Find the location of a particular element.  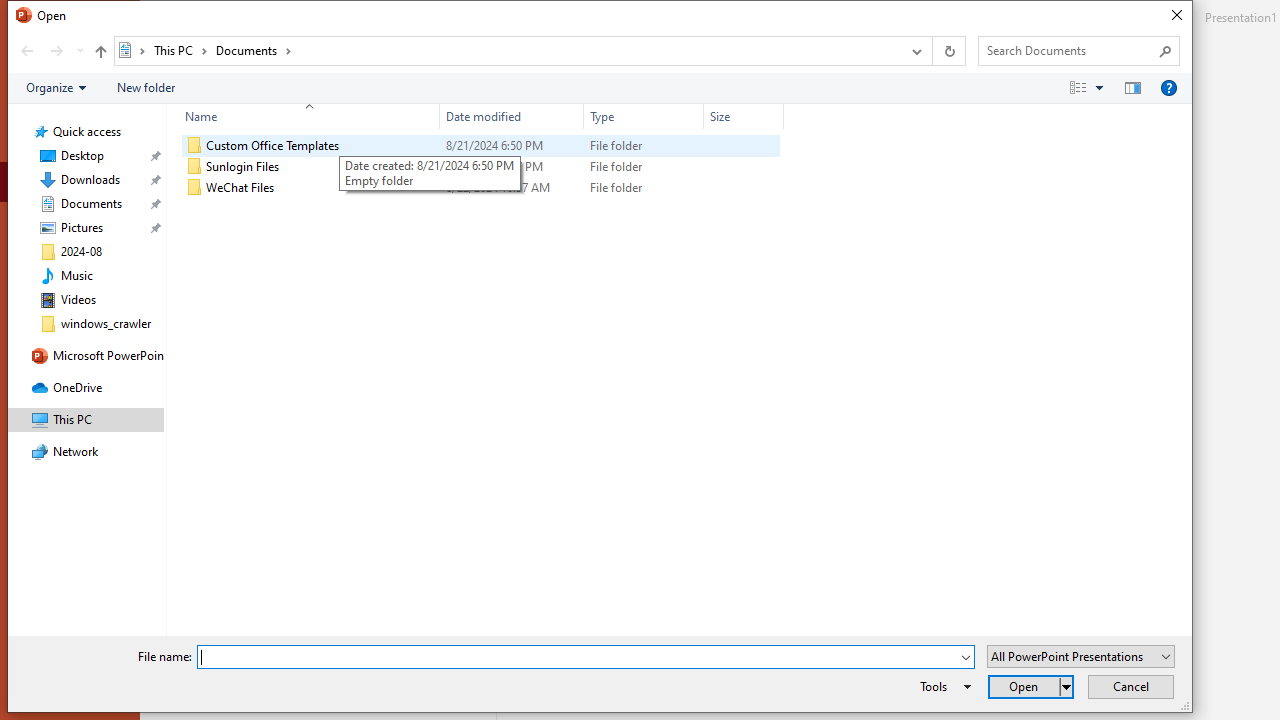

'Files of type:' is located at coordinates (1079, 656).